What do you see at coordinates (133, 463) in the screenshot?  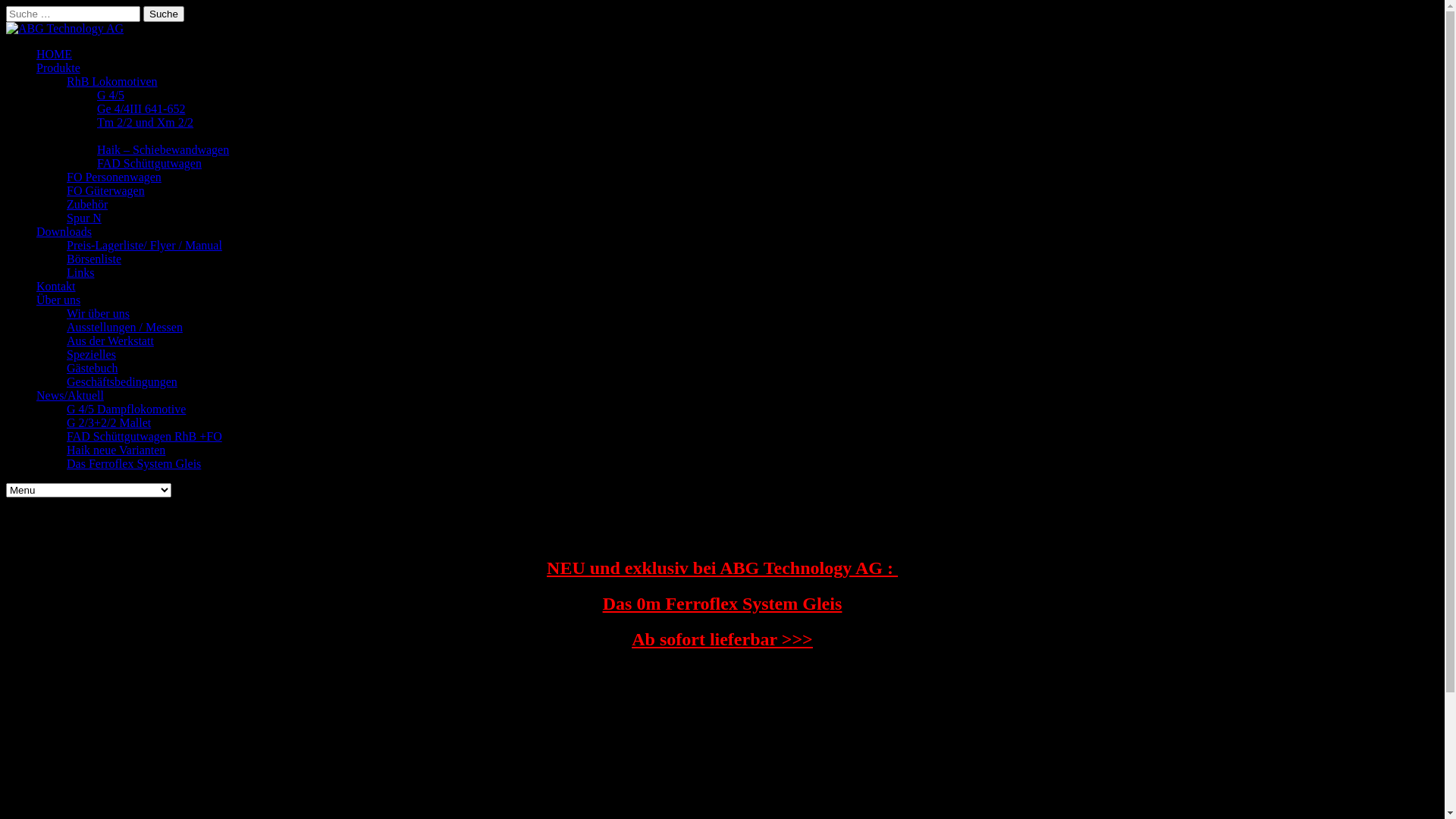 I see `'Das Ferroflex System Gleis'` at bounding box center [133, 463].